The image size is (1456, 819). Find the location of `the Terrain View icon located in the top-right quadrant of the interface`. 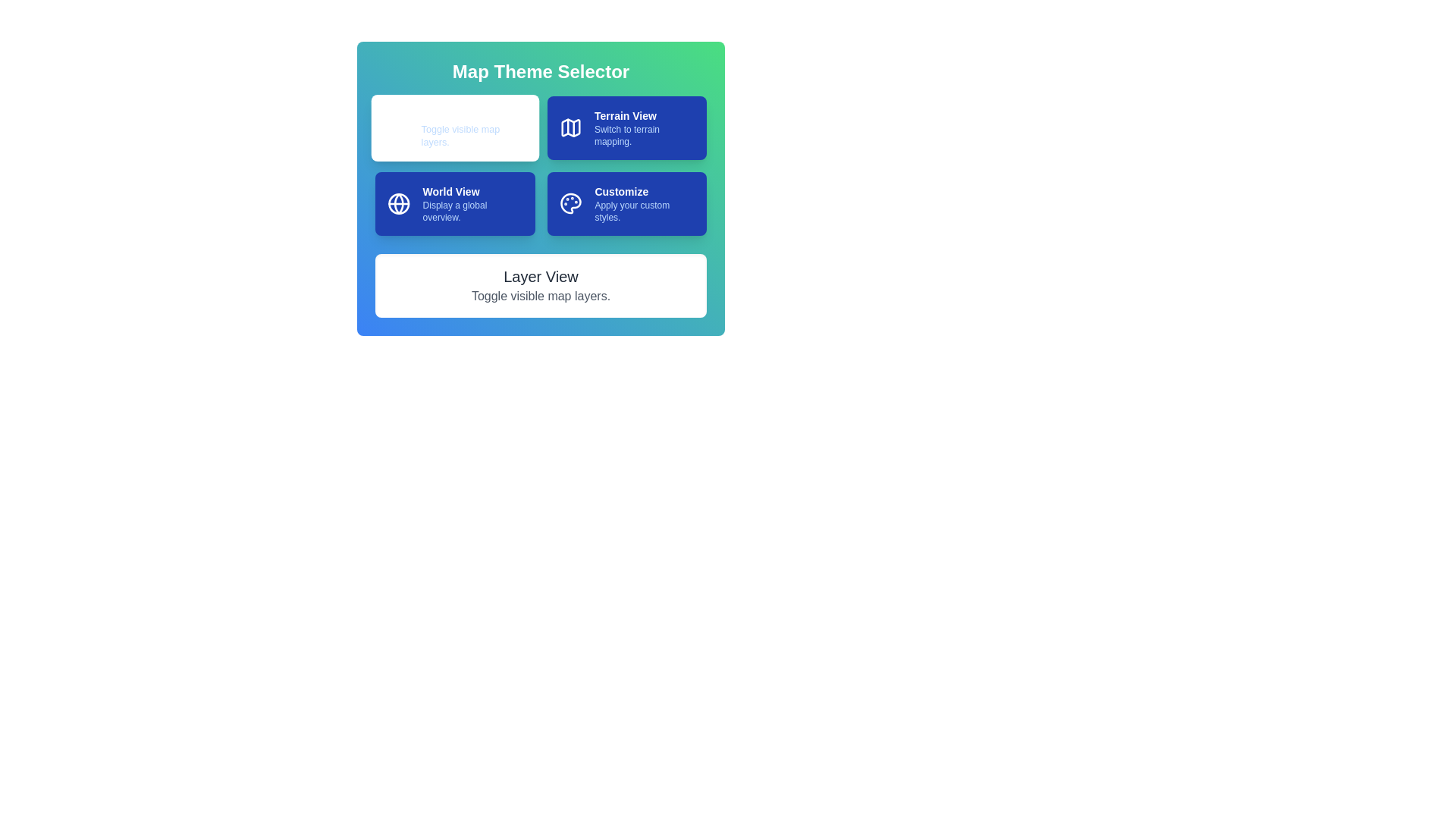

the Terrain View icon located in the top-right quadrant of the interface is located at coordinates (570, 127).